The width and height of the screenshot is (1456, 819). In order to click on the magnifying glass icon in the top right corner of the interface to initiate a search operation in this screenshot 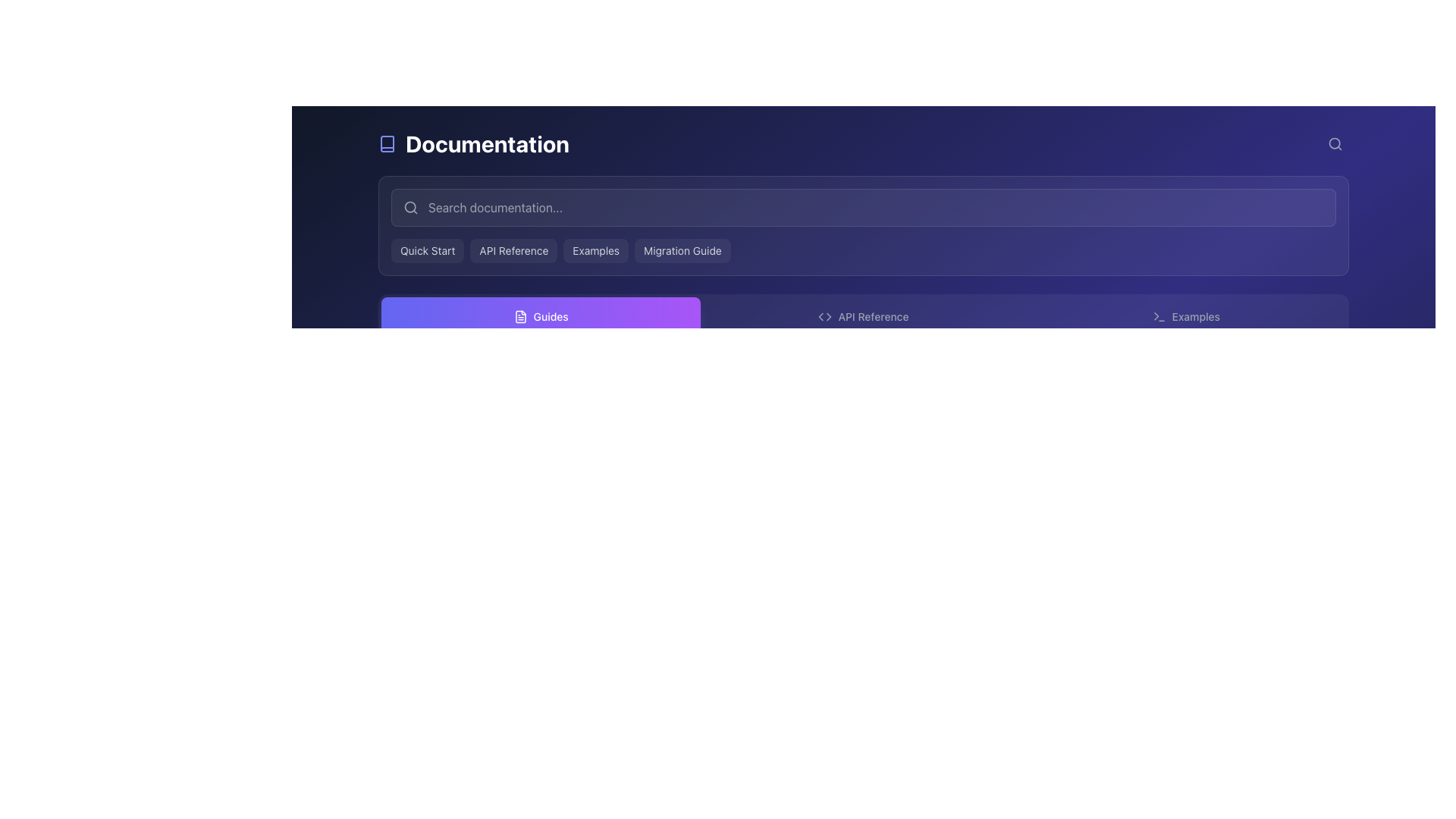, I will do `click(1335, 143)`.